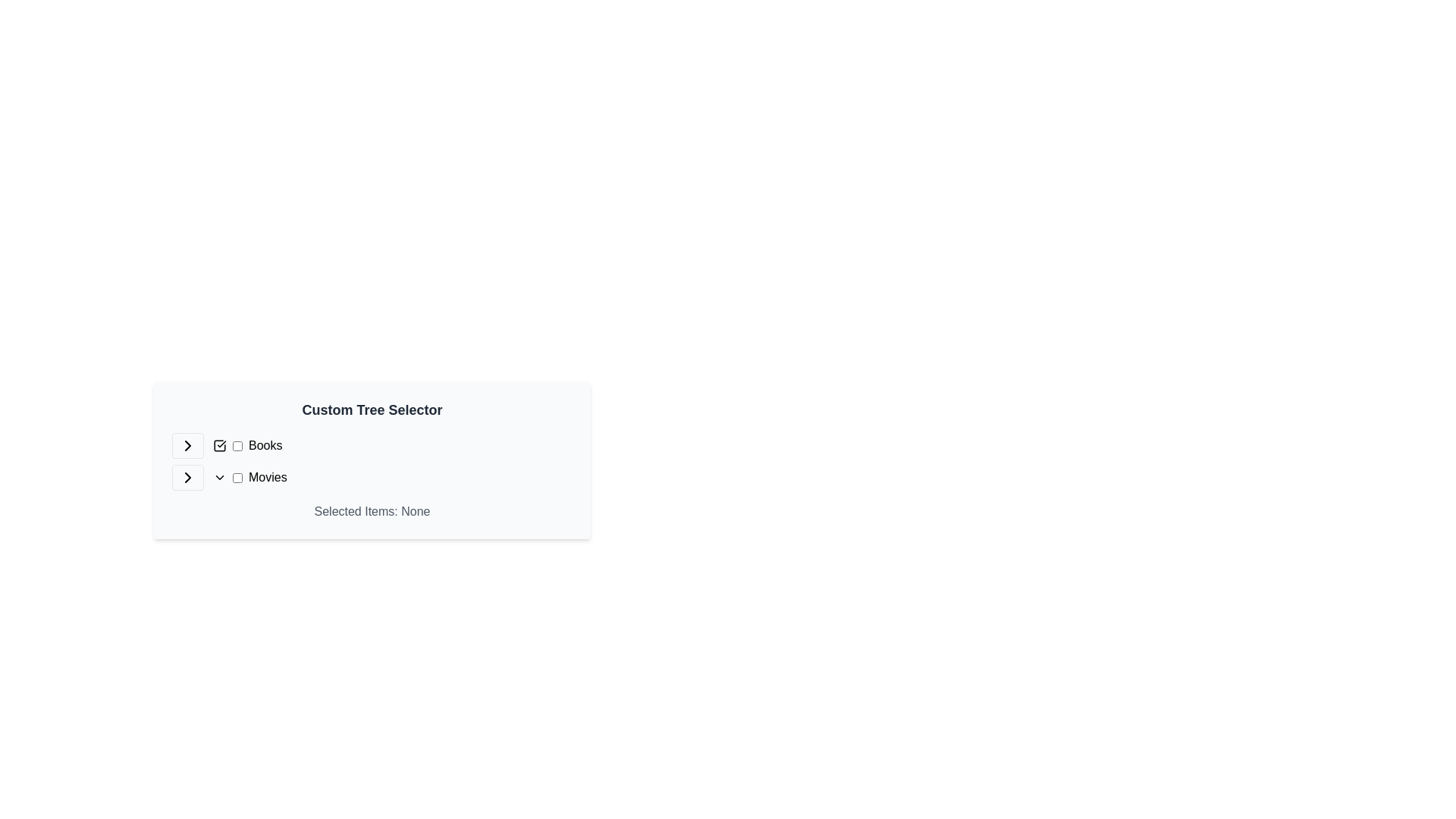  I want to click on the chevron dropdown toggle icon, so click(218, 476).